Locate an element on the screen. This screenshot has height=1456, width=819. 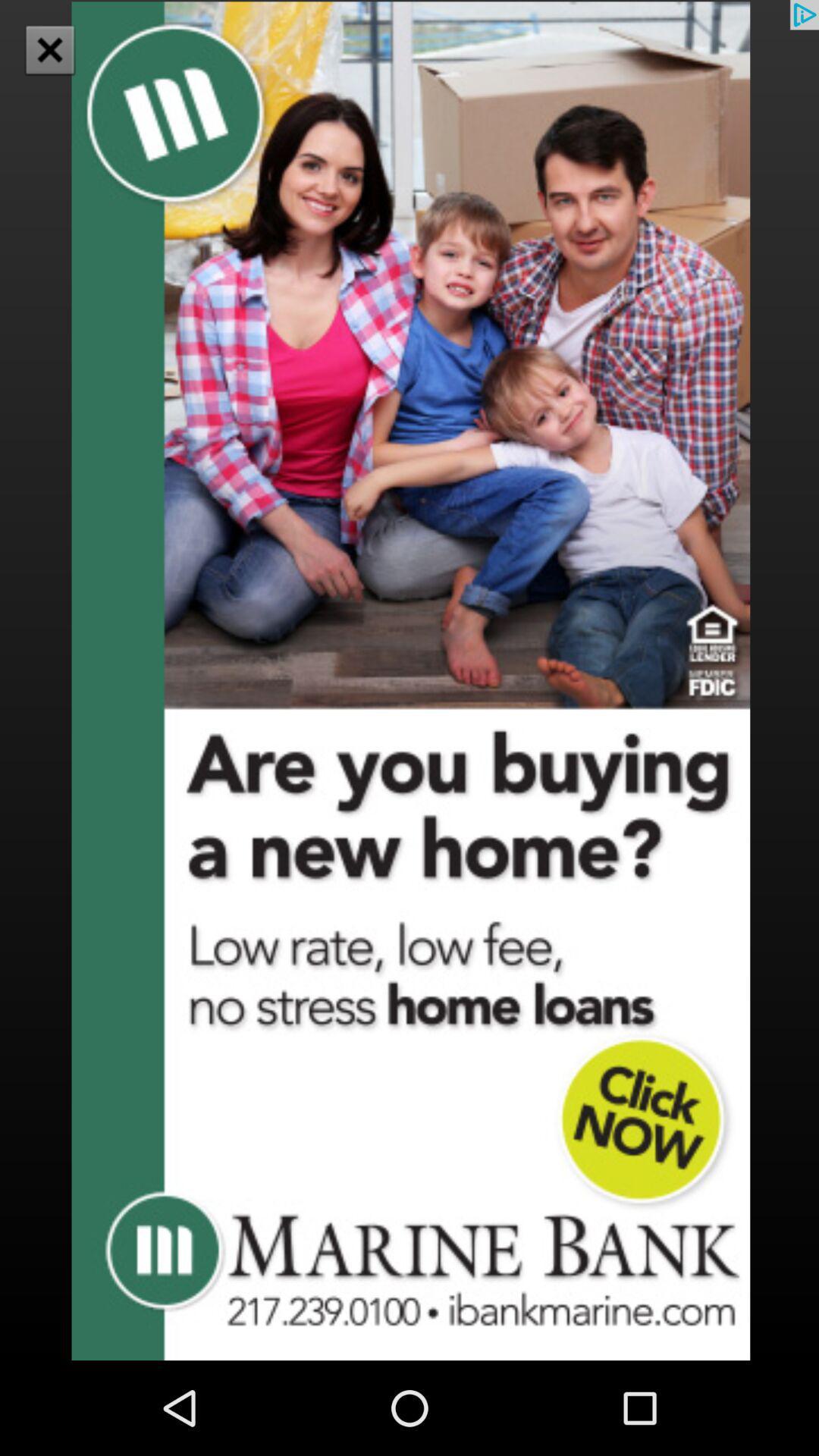
the close icon is located at coordinates (49, 49).